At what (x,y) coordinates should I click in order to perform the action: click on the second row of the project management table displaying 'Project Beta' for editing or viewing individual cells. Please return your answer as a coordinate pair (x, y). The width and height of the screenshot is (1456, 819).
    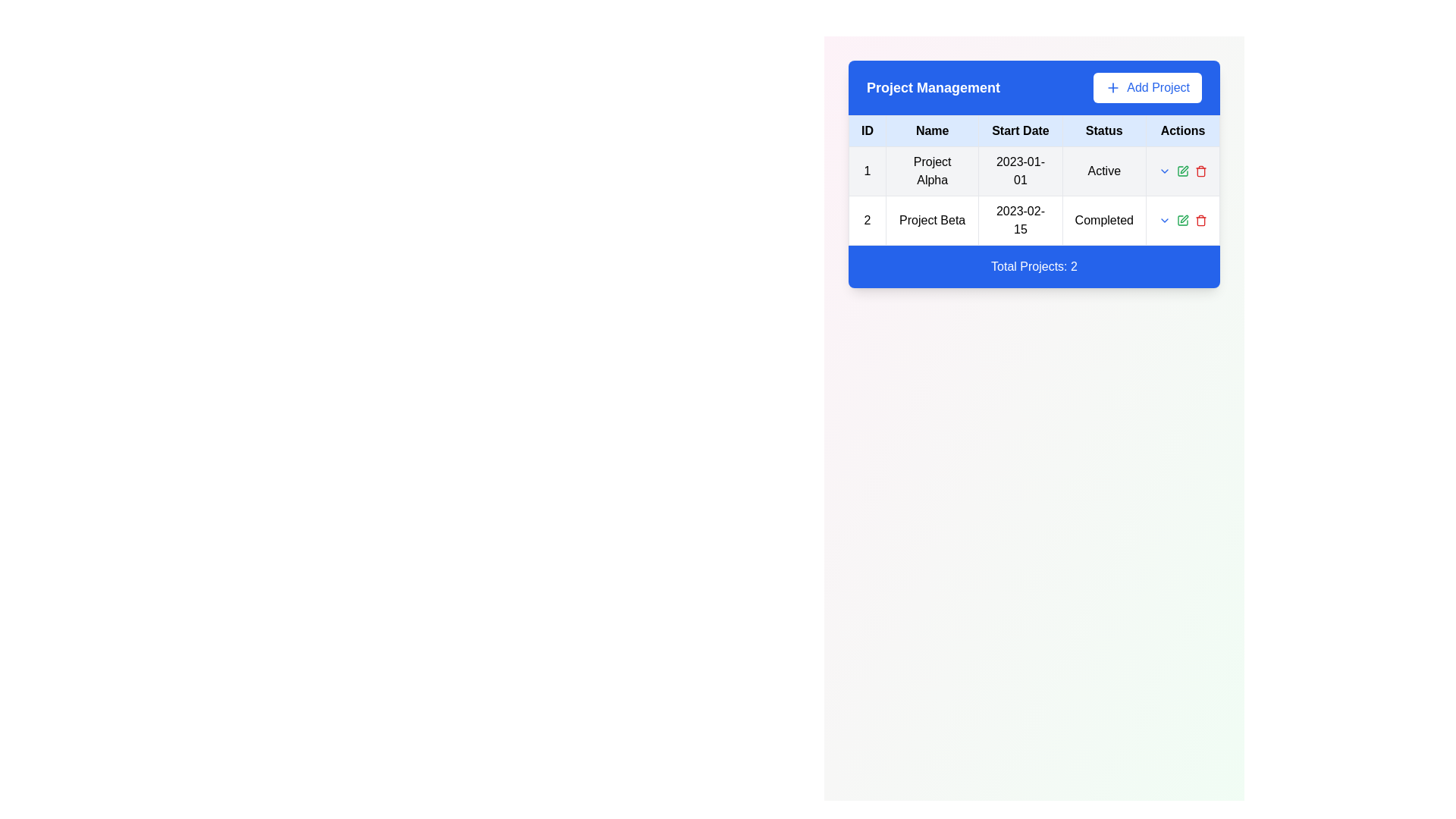
    Looking at the image, I should click on (1033, 220).